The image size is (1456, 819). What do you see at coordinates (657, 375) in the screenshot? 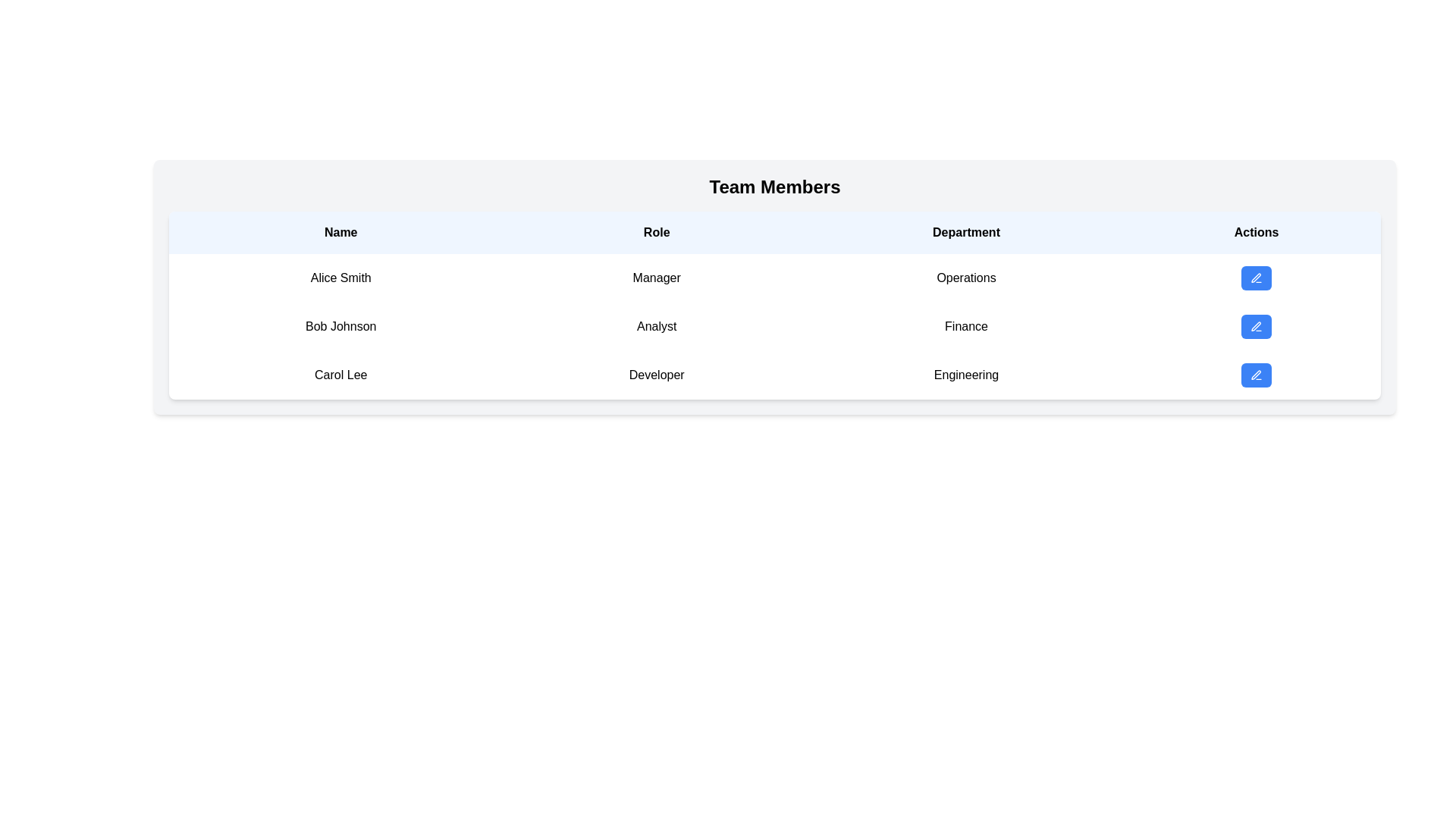
I see `the text label displaying 'Developer' which is located in the second column of the third row within the 'Team Members' tabular layout` at bounding box center [657, 375].